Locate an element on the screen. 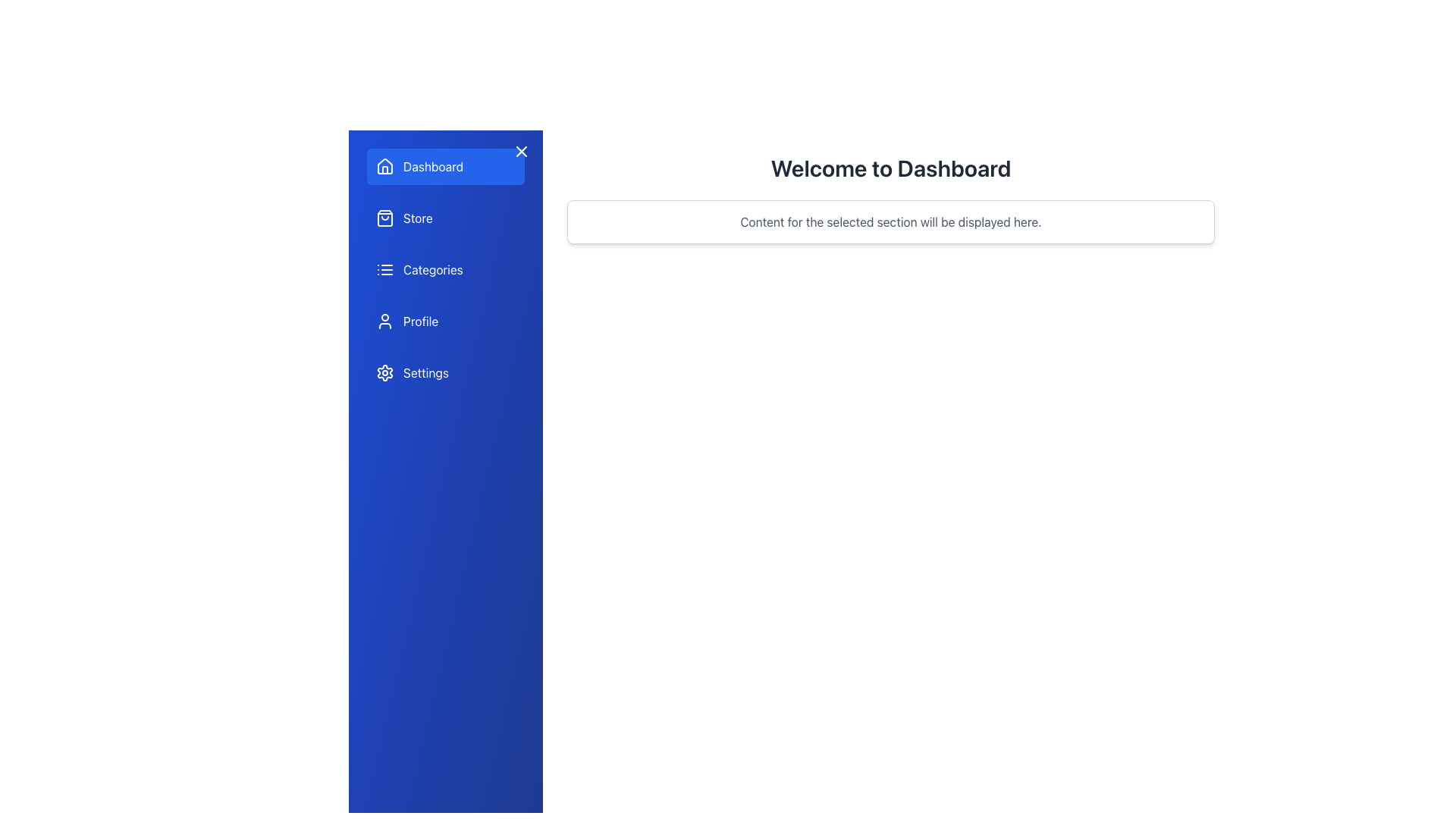 The image size is (1456, 819). the 'Categories' icon located in the navigation menu is located at coordinates (385, 268).